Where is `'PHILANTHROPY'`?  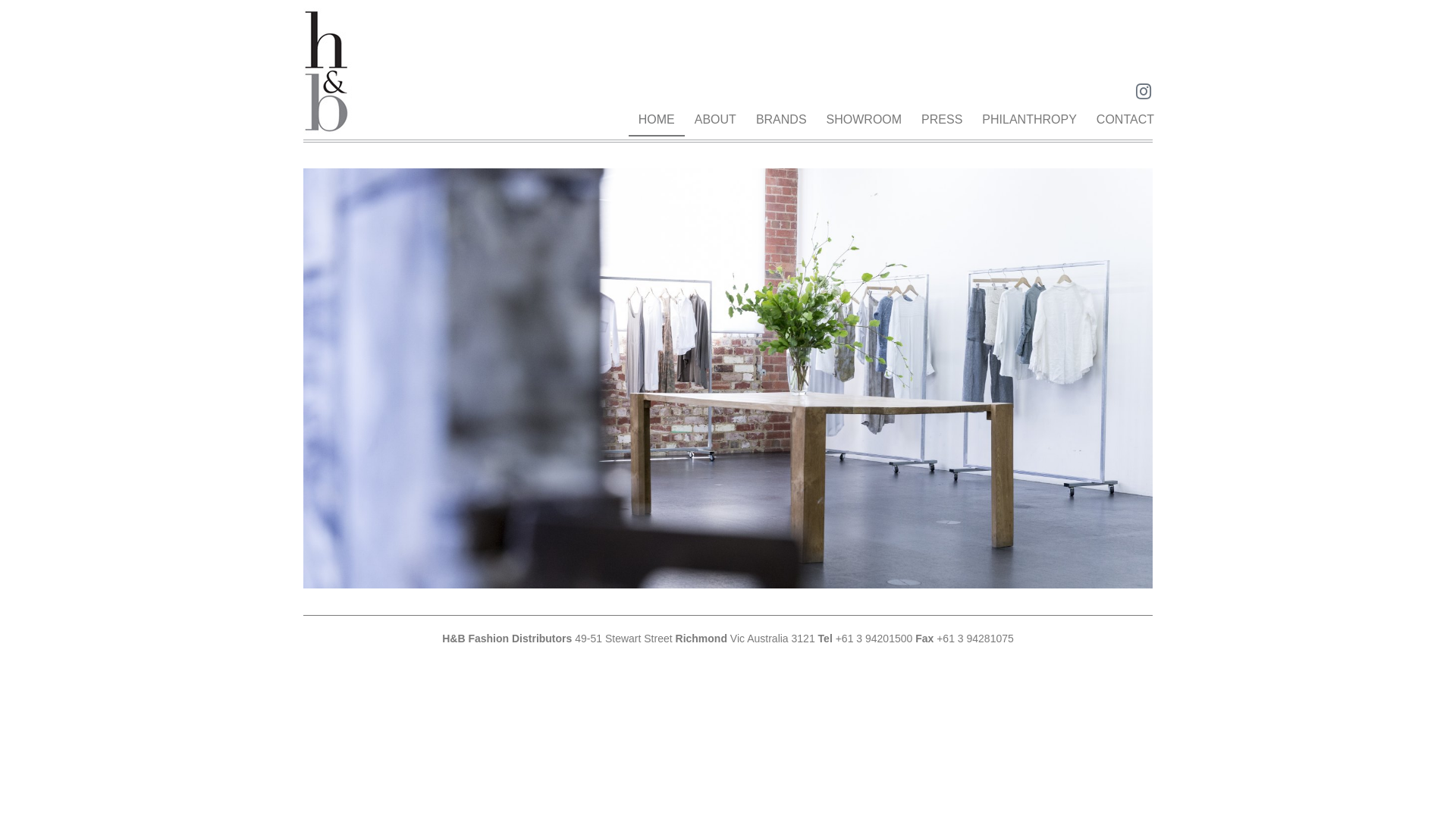 'PHILANTHROPY' is located at coordinates (1029, 119).